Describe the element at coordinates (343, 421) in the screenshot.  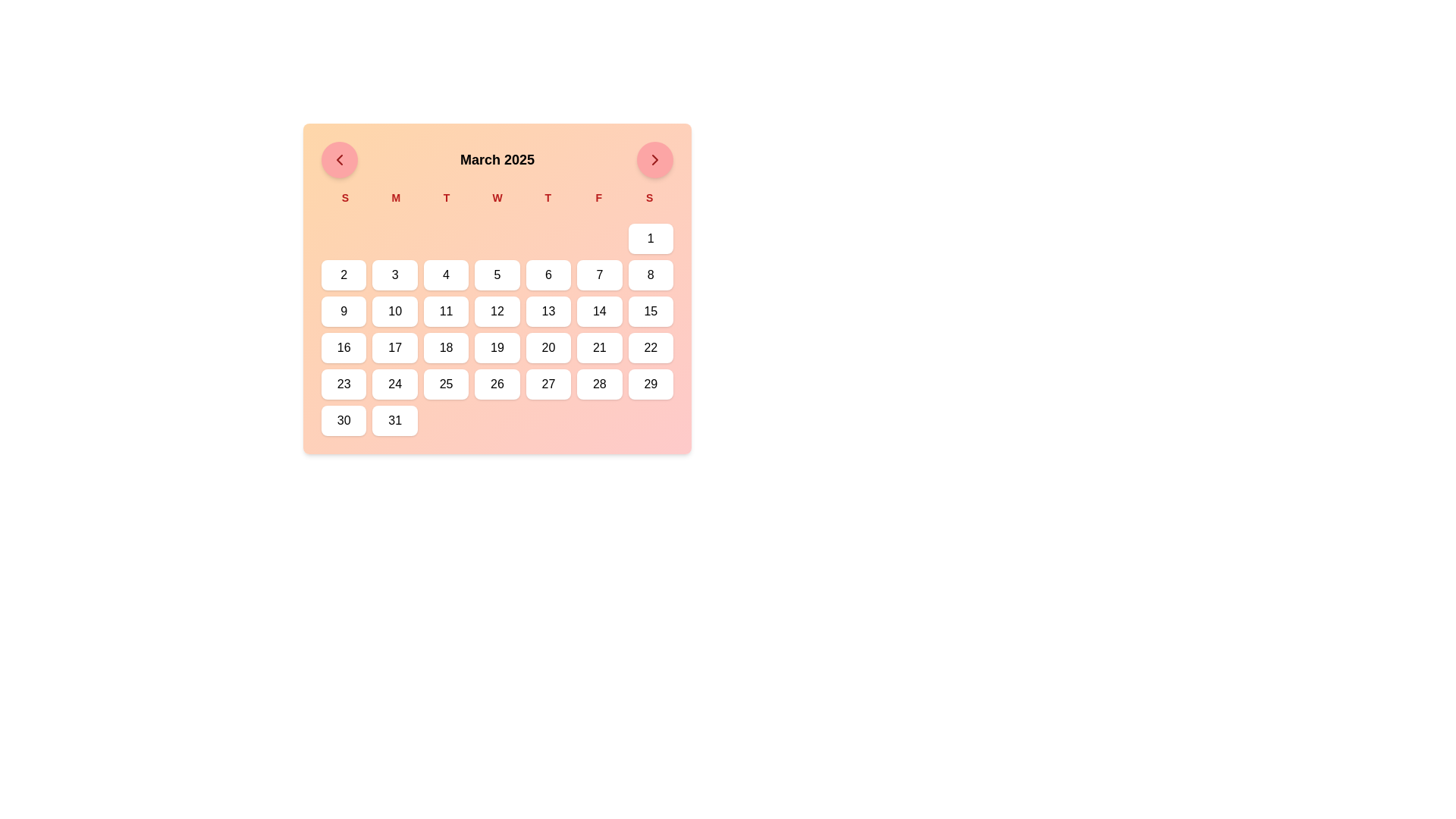
I see `the button representing the 30th day of March 2025 in the calendar view` at that location.